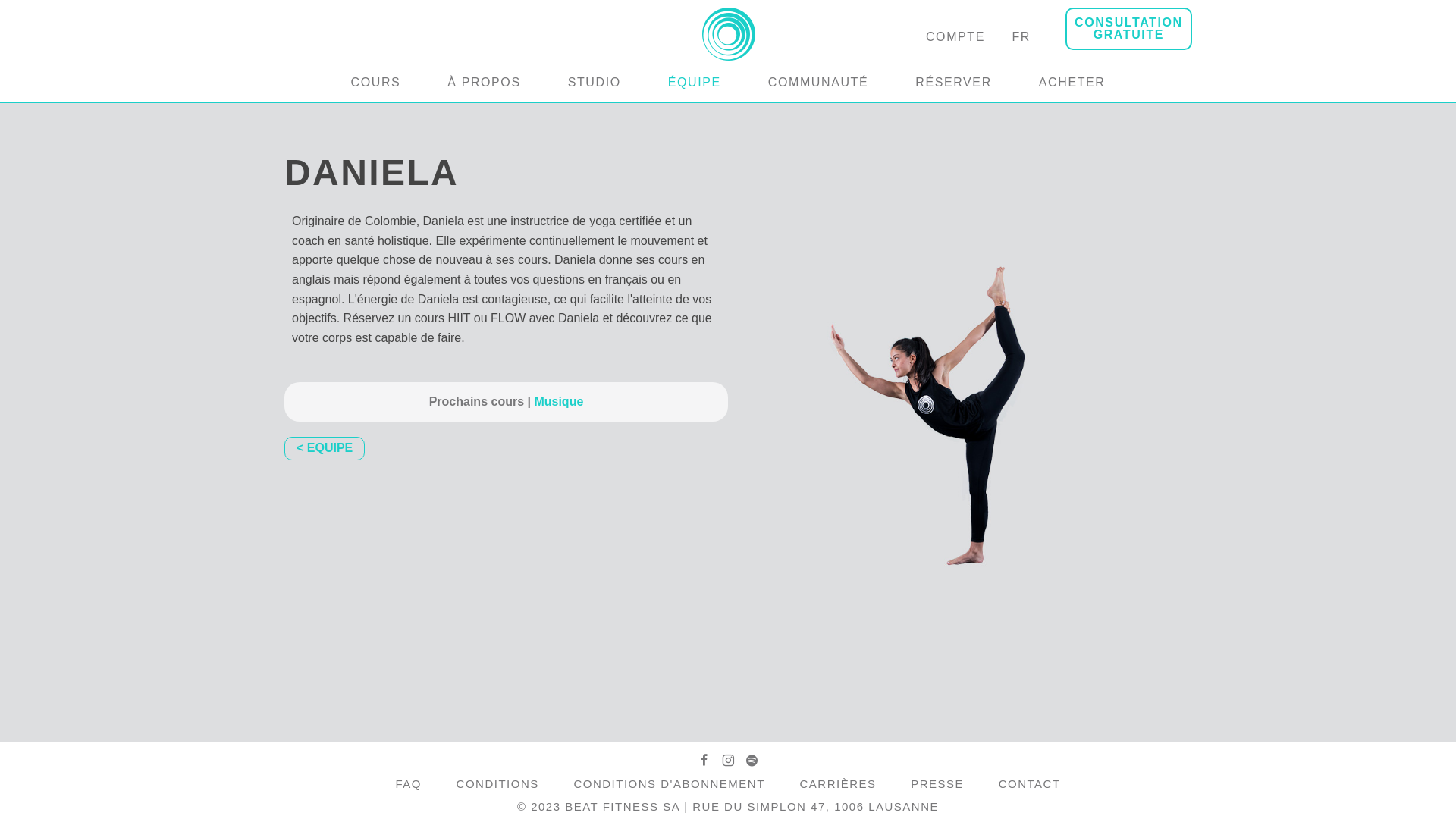  Describe the element at coordinates (428, 400) in the screenshot. I see `'Prochains cours'` at that location.